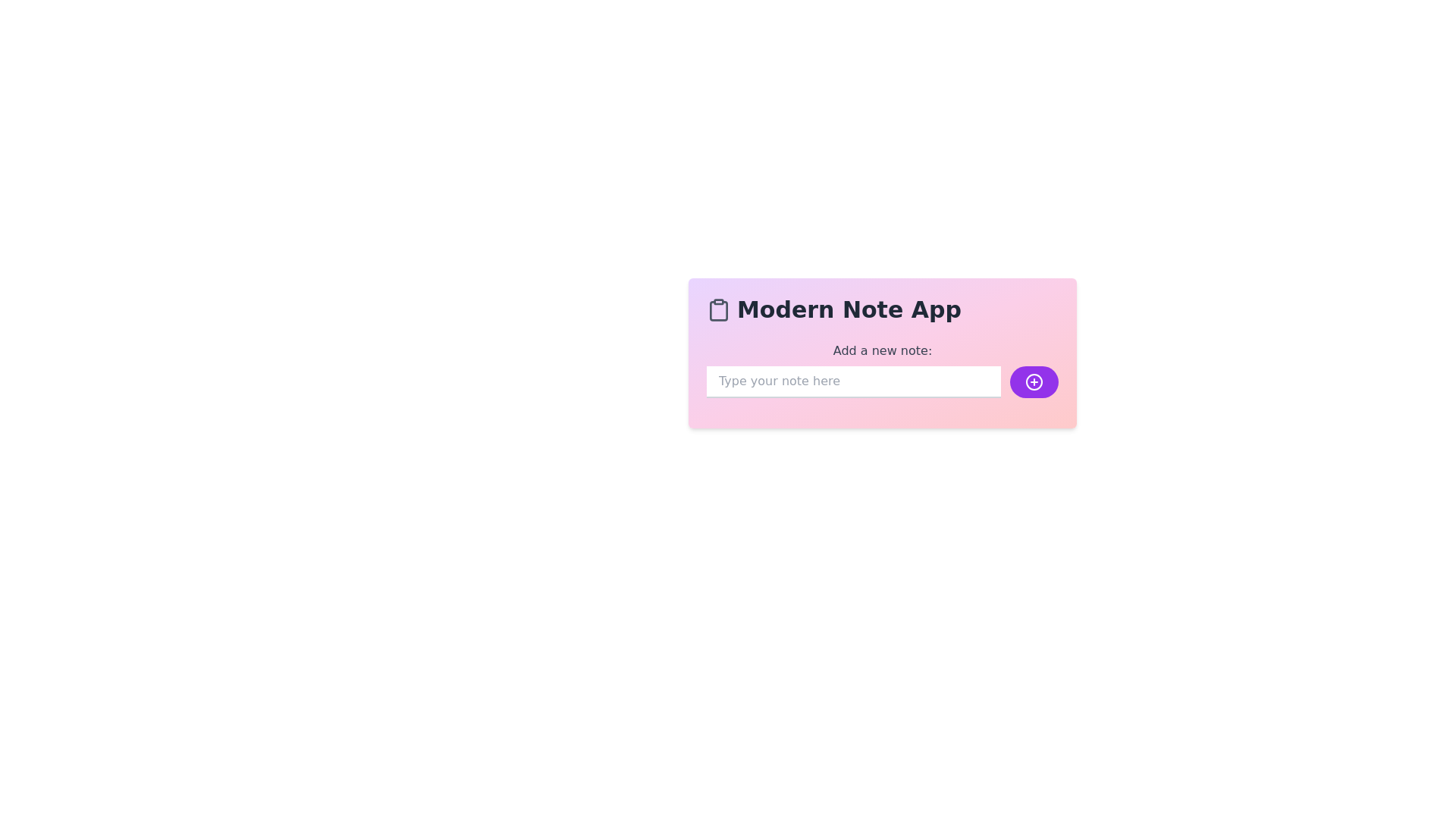 This screenshot has width=1456, height=819. What do you see at coordinates (718, 309) in the screenshot?
I see `the clipboard SVG icon located at the leftmost position within the heading 'Modern Note App'` at bounding box center [718, 309].